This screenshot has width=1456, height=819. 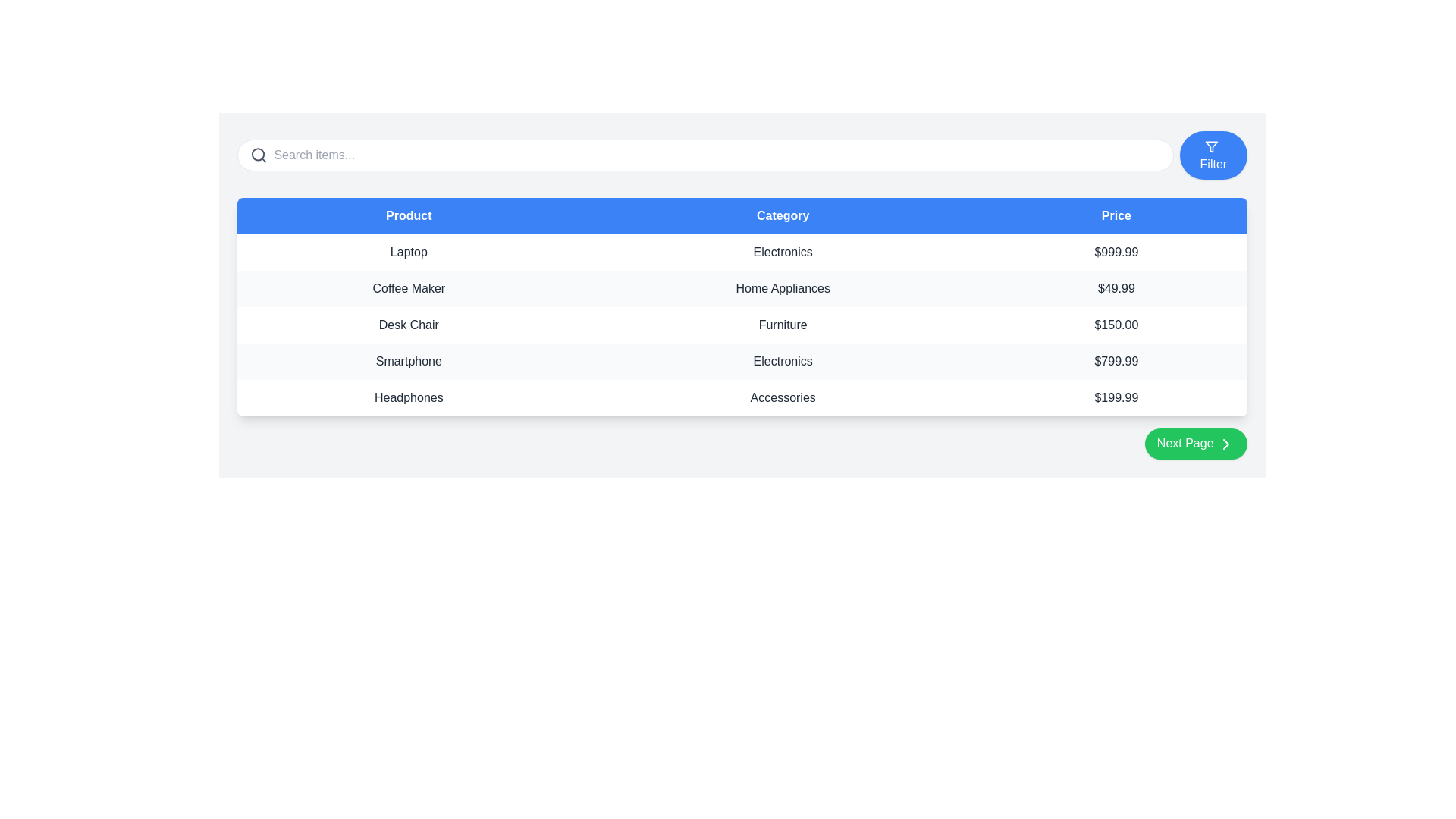 I want to click on the Text Label displaying the price '$49.99' in the Price column of the table for the product 'Coffee Maker', so click(x=1116, y=289).